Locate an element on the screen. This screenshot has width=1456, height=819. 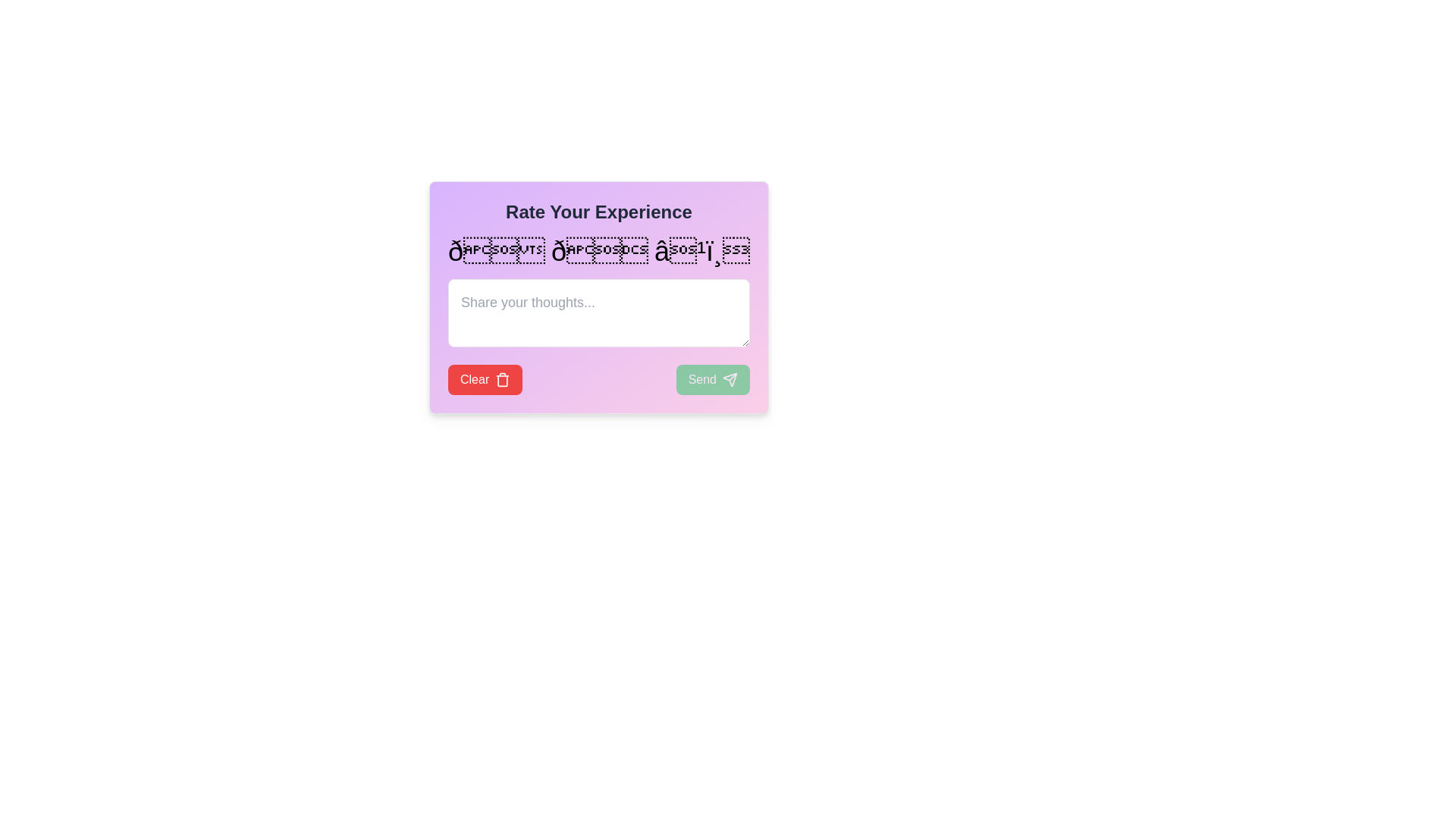
the send action icon located within the green, rounded 'Send' button at the bottom-right of the feedback form is located at coordinates (730, 379).